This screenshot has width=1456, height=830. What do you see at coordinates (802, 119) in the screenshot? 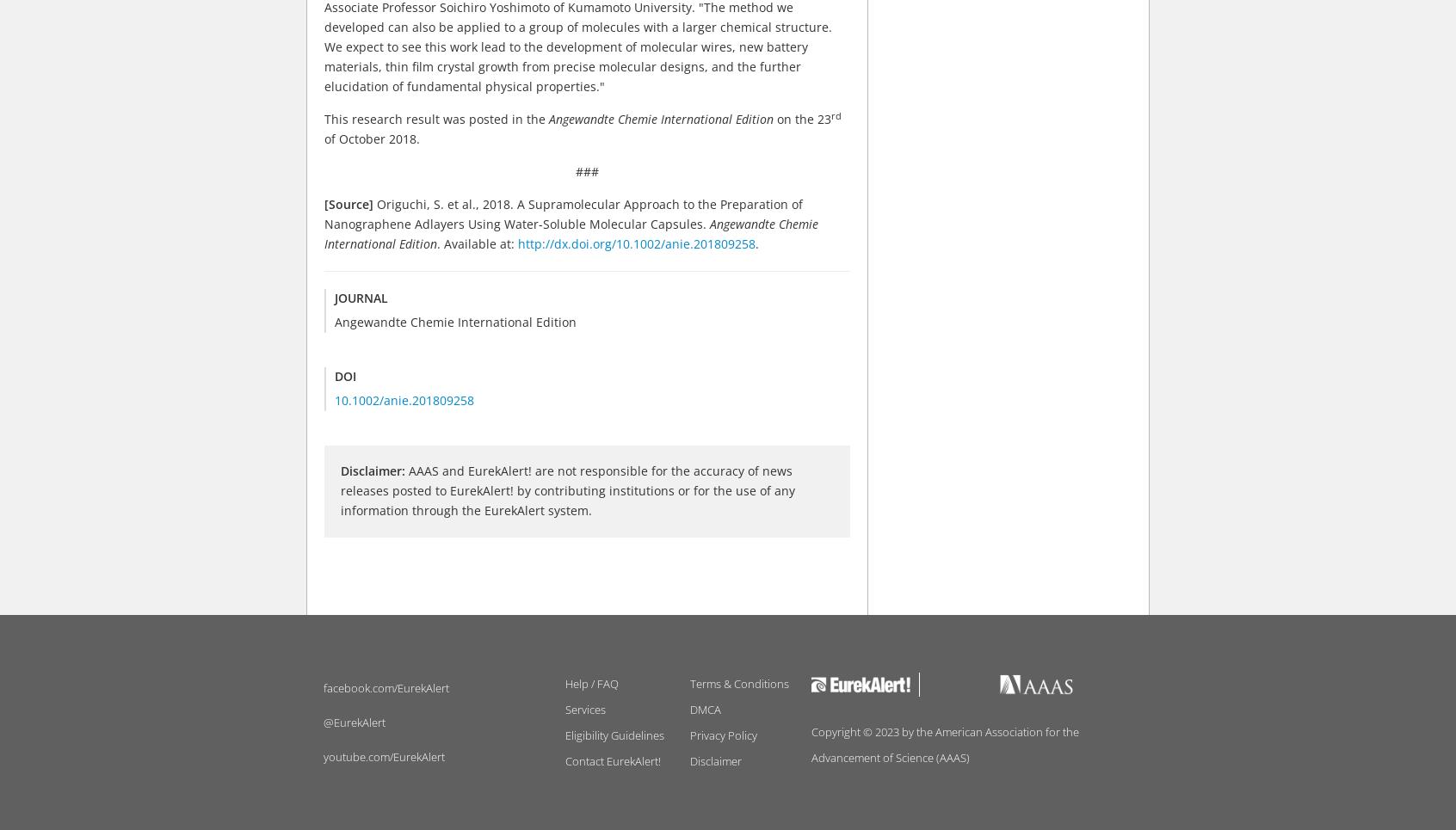
I see `'on the 23'` at bounding box center [802, 119].